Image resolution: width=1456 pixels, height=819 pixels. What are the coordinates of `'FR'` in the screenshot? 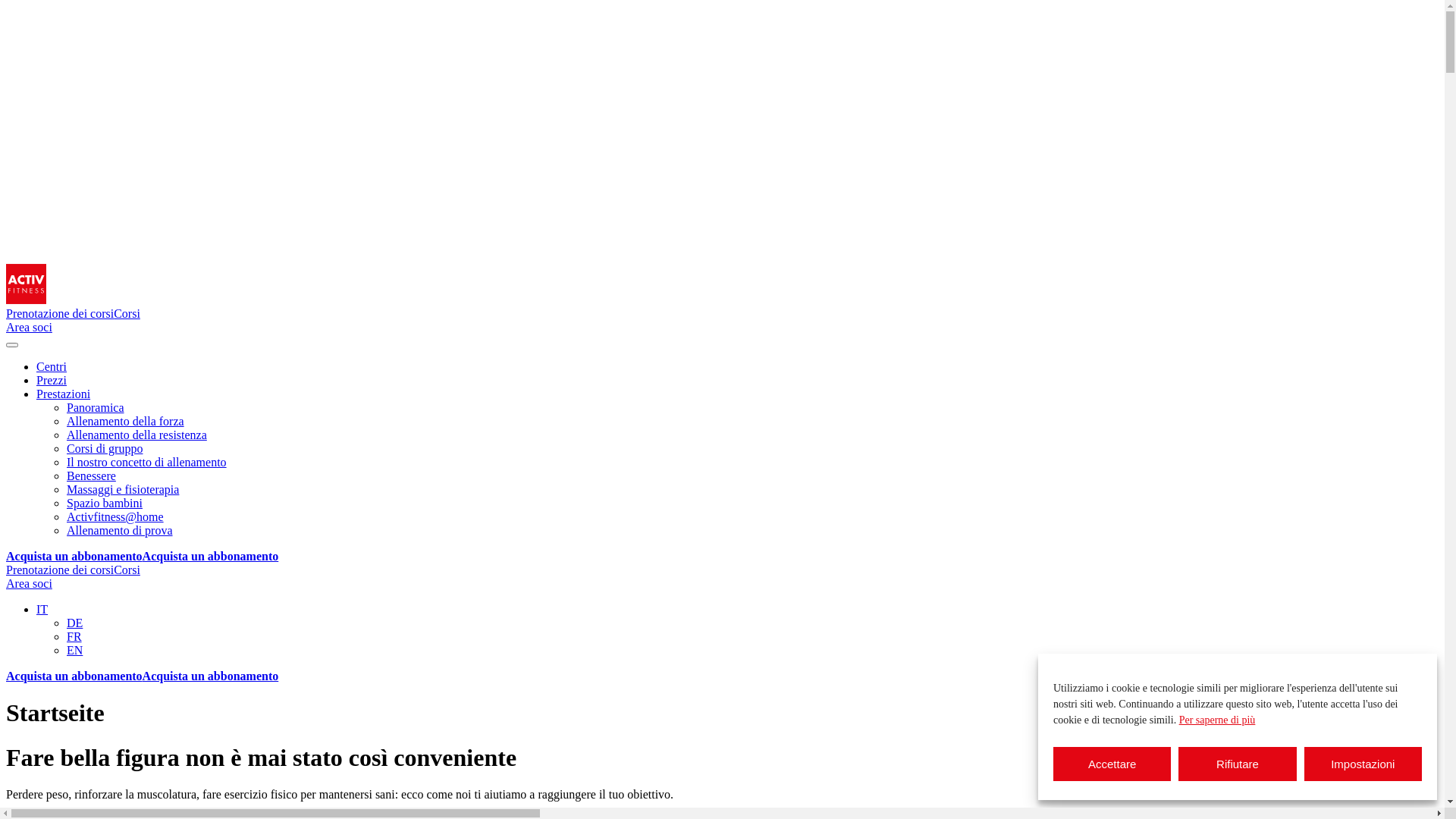 It's located at (73, 636).